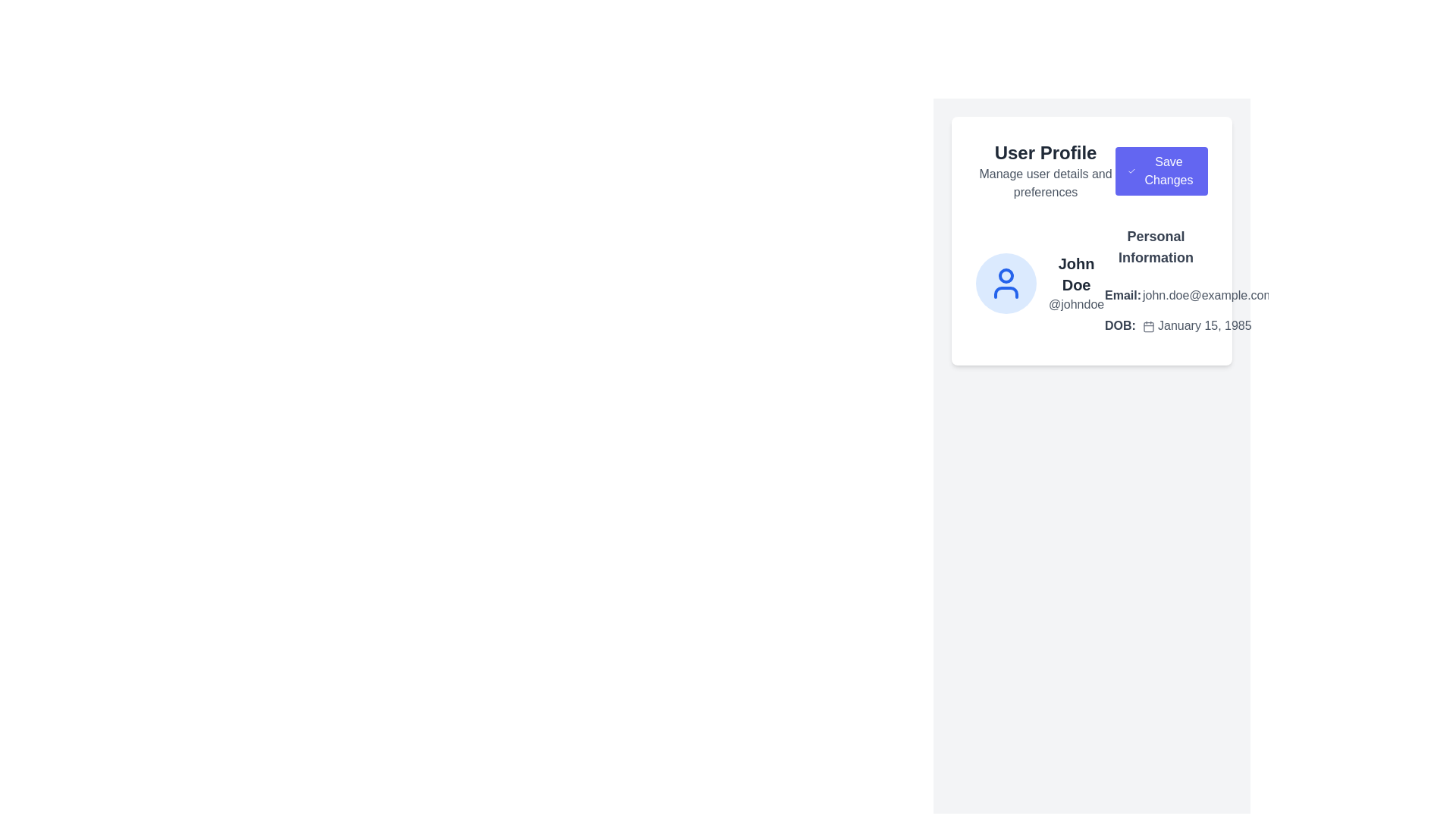 The height and width of the screenshot is (819, 1456). What do you see at coordinates (1188, 295) in the screenshot?
I see `the email label displaying the user's email address, which is located in the 'Personal Information' section, directly below the user's name and above the 'DOB' field` at bounding box center [1188, 295].